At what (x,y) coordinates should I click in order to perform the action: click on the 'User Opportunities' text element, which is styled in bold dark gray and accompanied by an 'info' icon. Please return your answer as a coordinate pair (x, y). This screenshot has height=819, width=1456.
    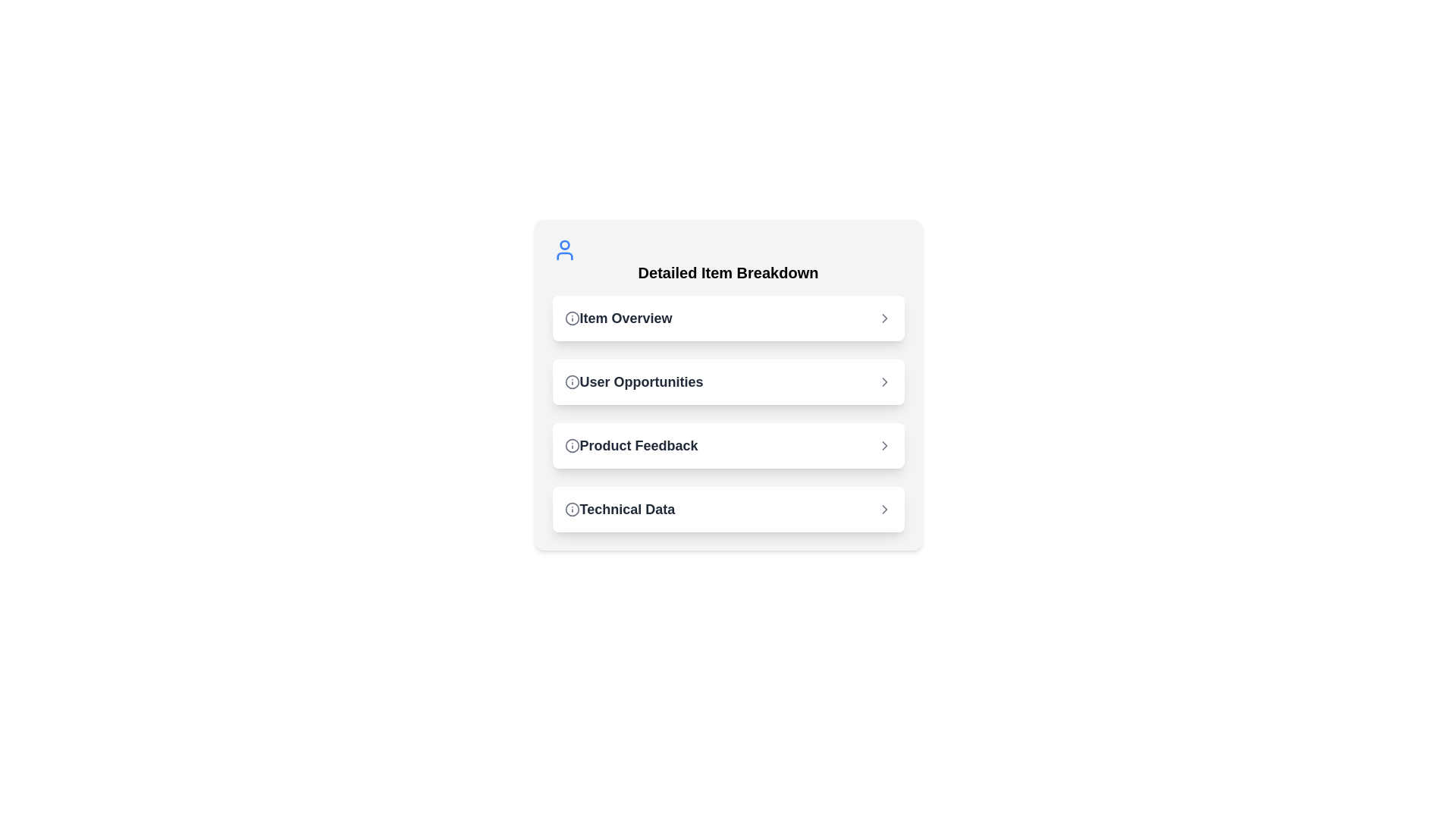
    Looking at the image, I should click on (633, 381).